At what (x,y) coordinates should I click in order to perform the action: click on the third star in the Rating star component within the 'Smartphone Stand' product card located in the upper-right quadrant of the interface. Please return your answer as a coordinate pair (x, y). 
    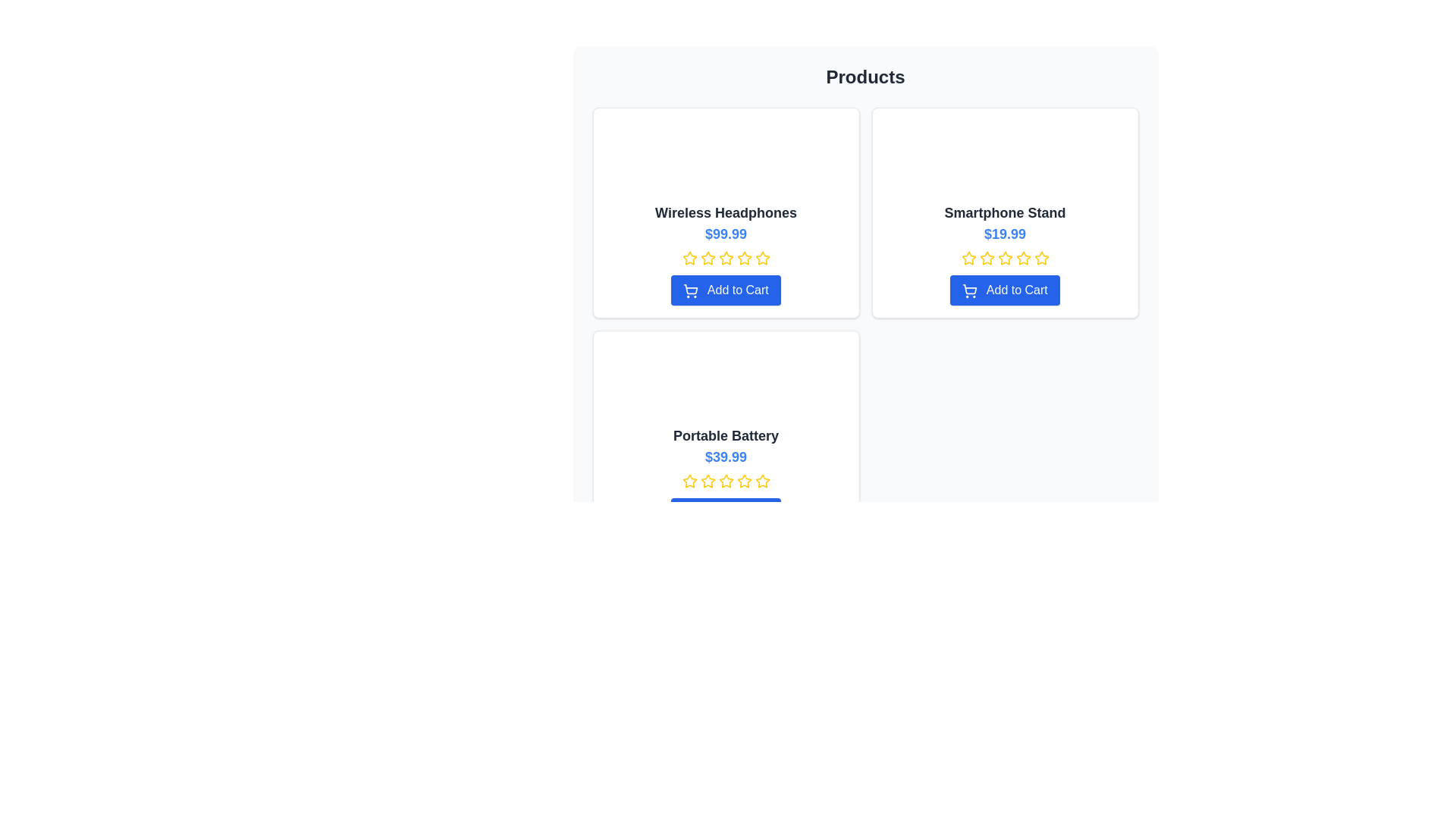
    Looking at the image, I should click on (1005, 257).